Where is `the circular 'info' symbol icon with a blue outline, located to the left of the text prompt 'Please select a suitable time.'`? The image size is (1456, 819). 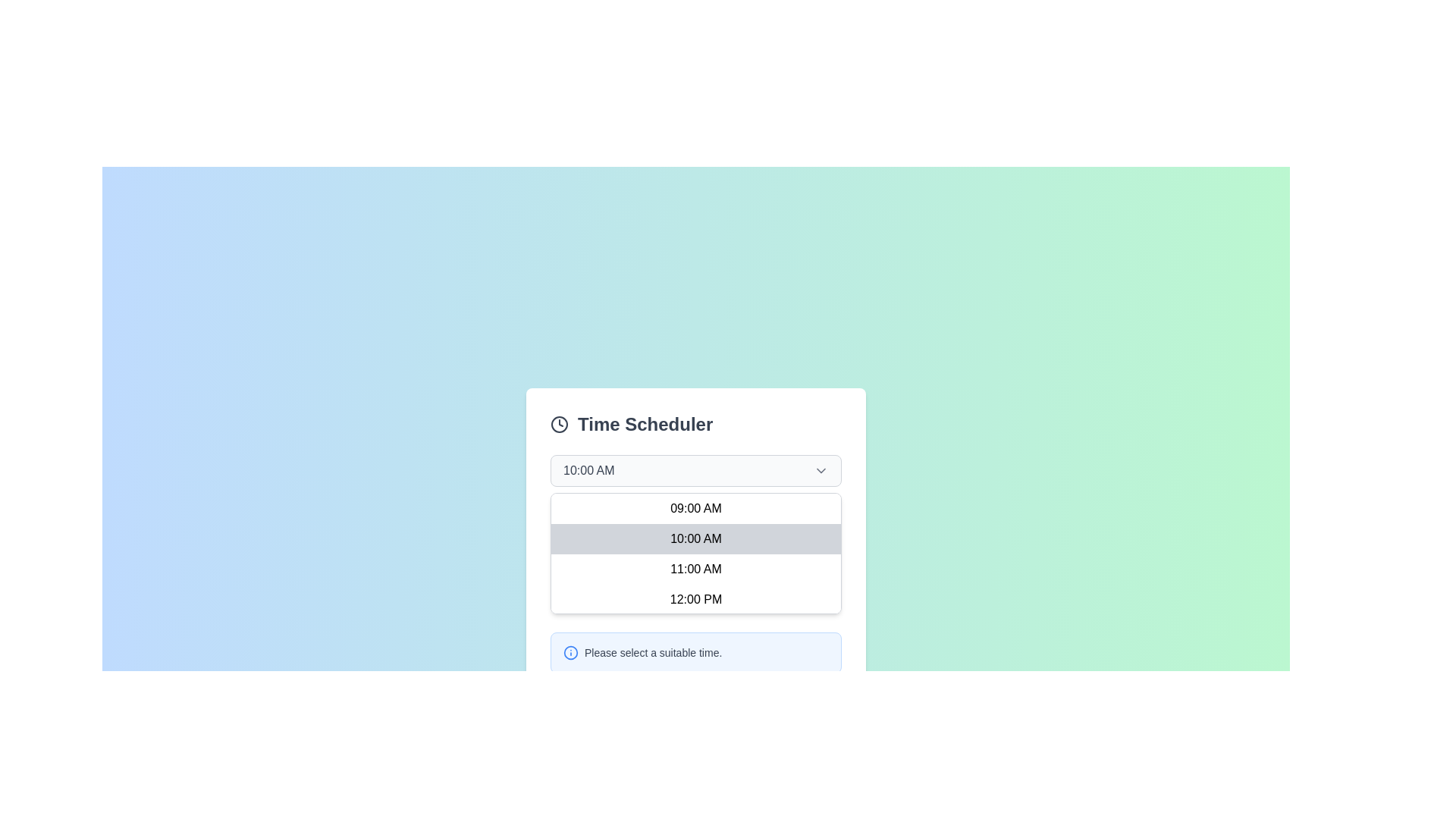 the circular 'info' symbol icon with a blue outline, located to the left of the text prompt 'Please select a suitable time.' is located at coordinates (570, 651).